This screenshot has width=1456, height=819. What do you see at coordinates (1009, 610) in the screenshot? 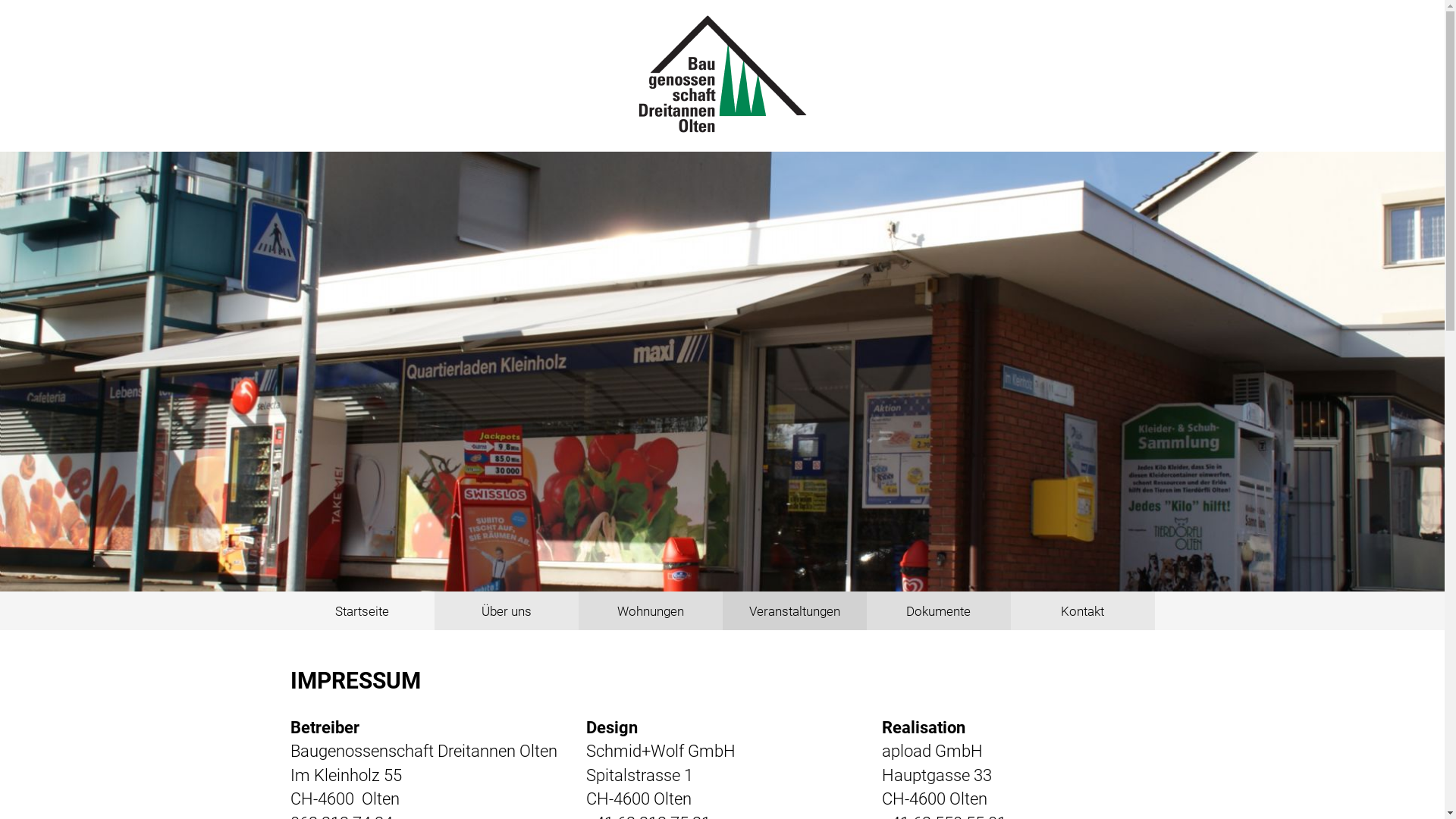
I see `'Kontakt'` at bounding box center [1009, 610].